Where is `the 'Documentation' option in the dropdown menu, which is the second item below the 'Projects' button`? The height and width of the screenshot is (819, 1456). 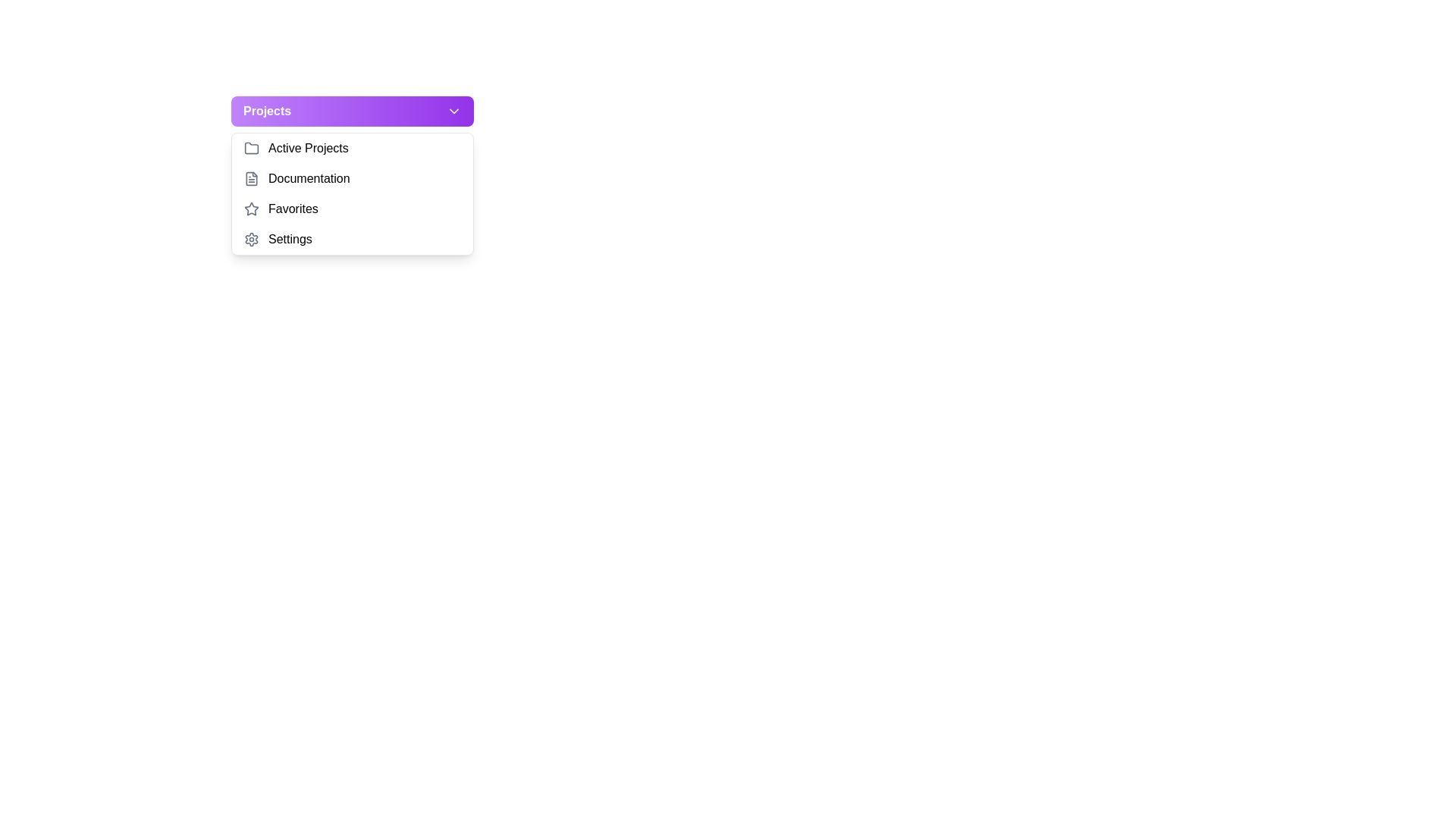
the 'Documentation' option in the dropdown menu, which is the second item below the 'Projects' button is located at coordinates (352, 193).